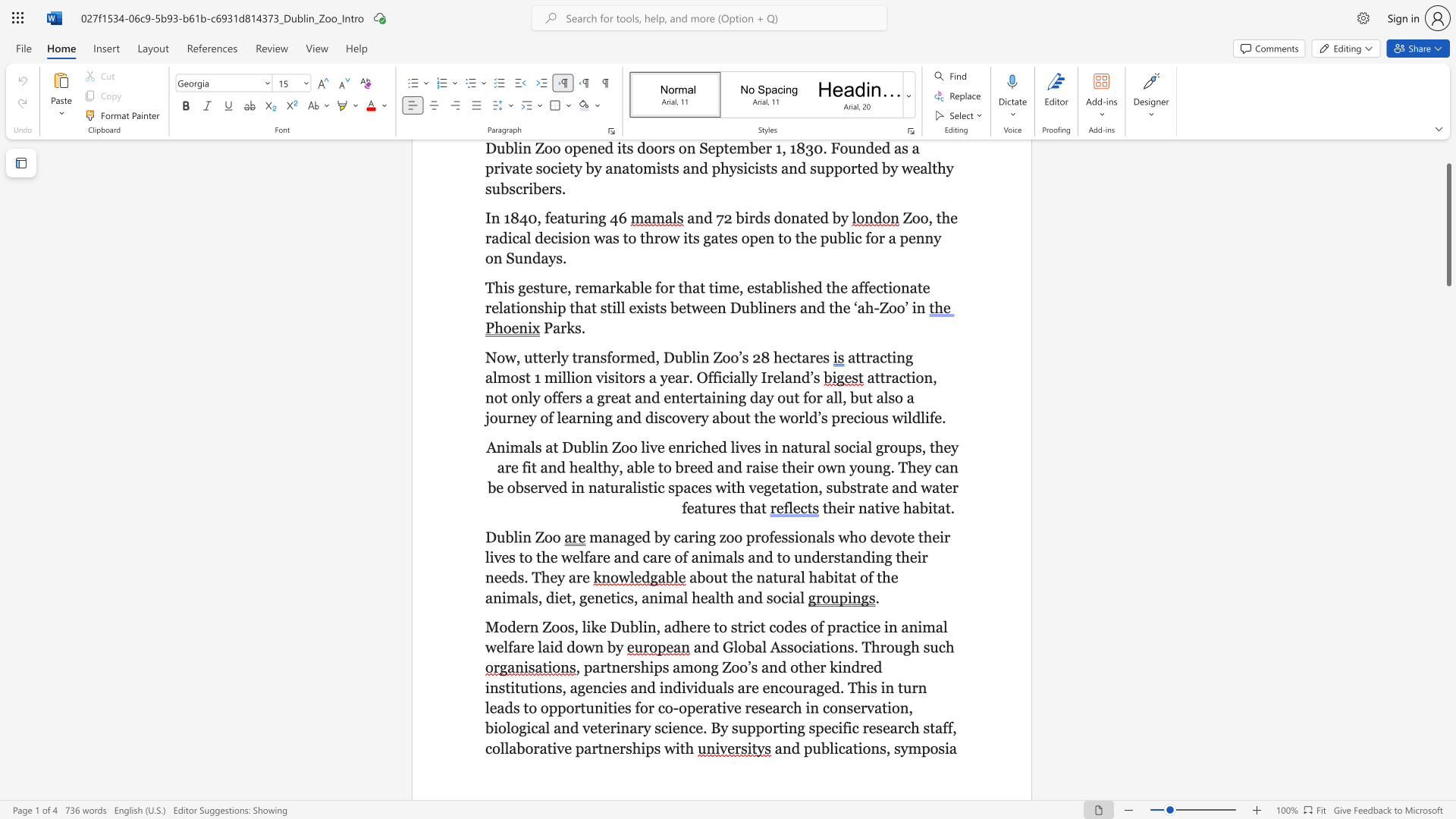 The image size is (1456, 819). Describe the element at coordinates (900, 287) in the screenshot. I see `the subset text "nate relationship that still exists between Dubliners and the ‘ah-Zoo’ in" within the text "the affectionate relationship that still exists between Dubliners and the ‘ah-Zoo’ in"` at that location.